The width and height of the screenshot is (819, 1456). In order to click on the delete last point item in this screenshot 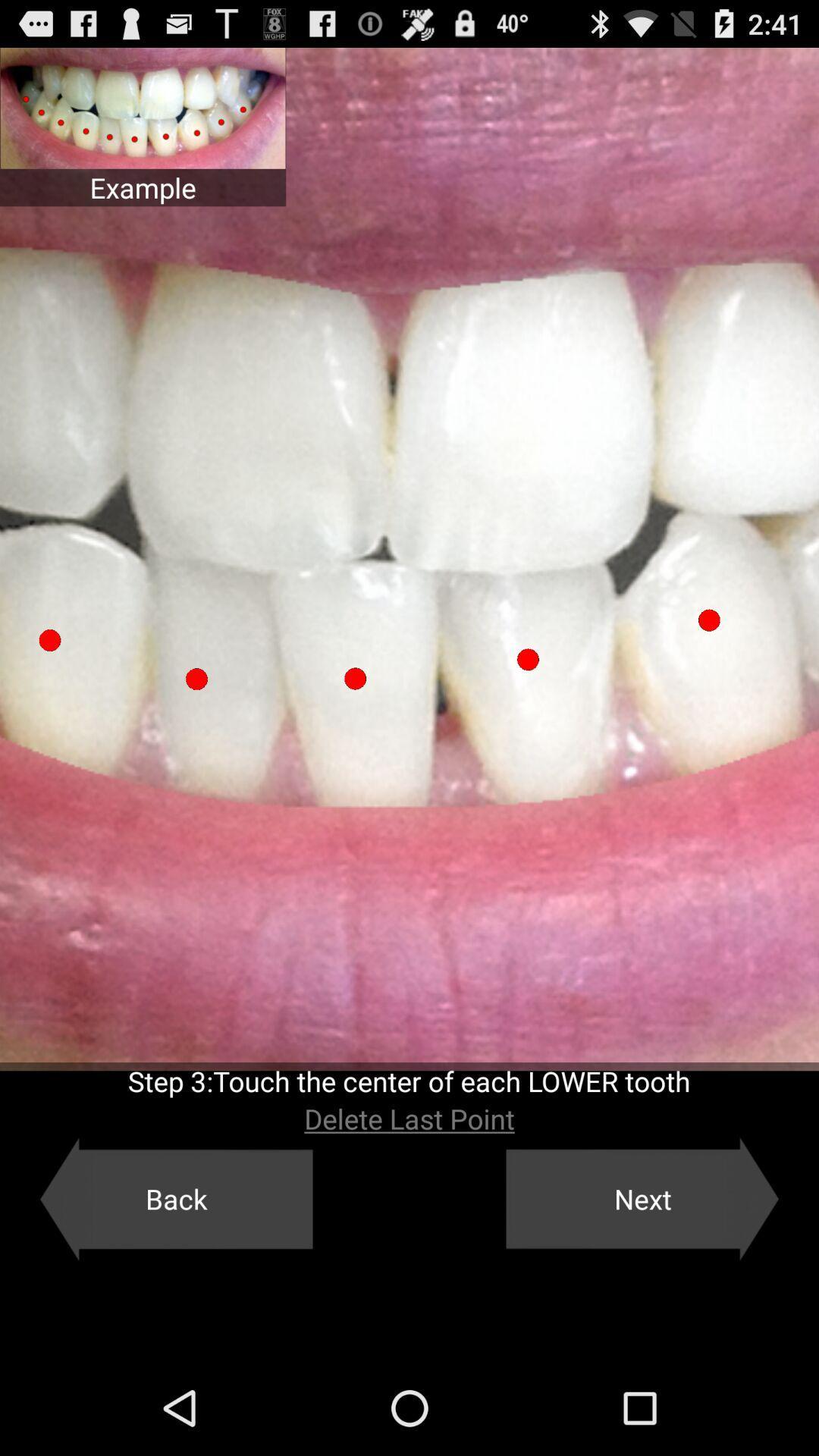, I will do `click(409, 1119)`.